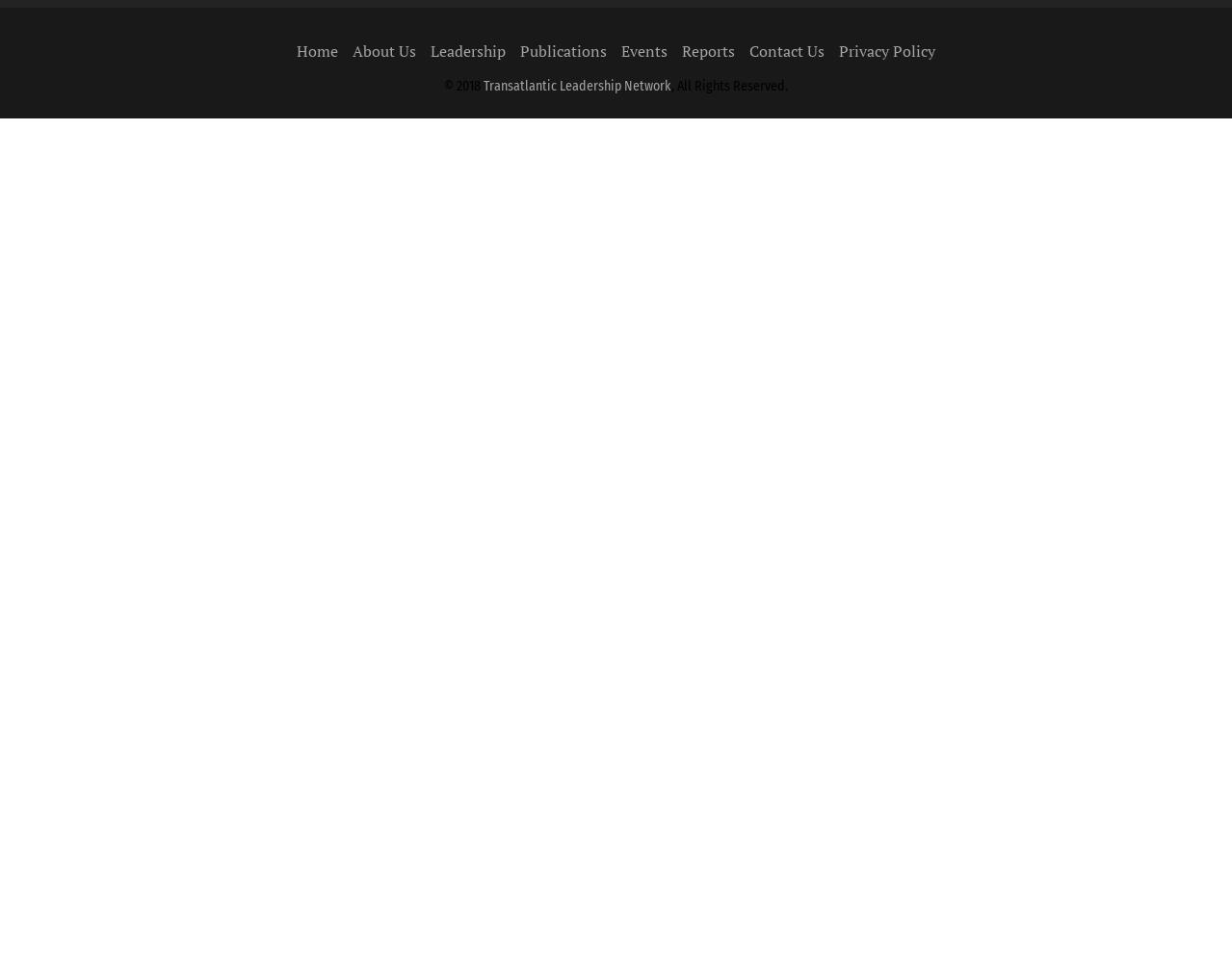 This screenshot has height=963, width=1232. I want to click on '© 2018', so click(443, 85).